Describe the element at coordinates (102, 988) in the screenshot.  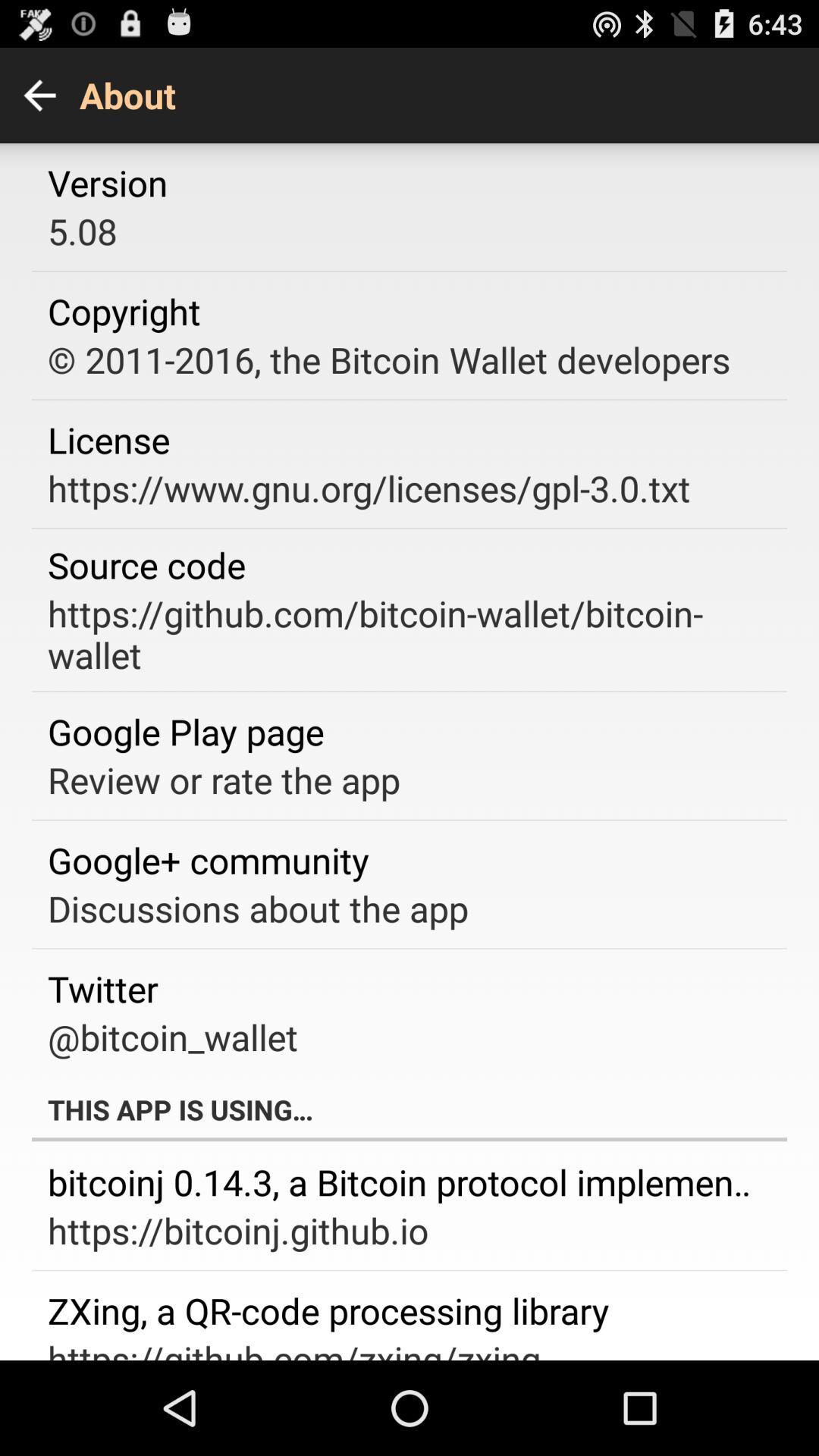
I see `the app above @bitcoin_wallet` at that location.